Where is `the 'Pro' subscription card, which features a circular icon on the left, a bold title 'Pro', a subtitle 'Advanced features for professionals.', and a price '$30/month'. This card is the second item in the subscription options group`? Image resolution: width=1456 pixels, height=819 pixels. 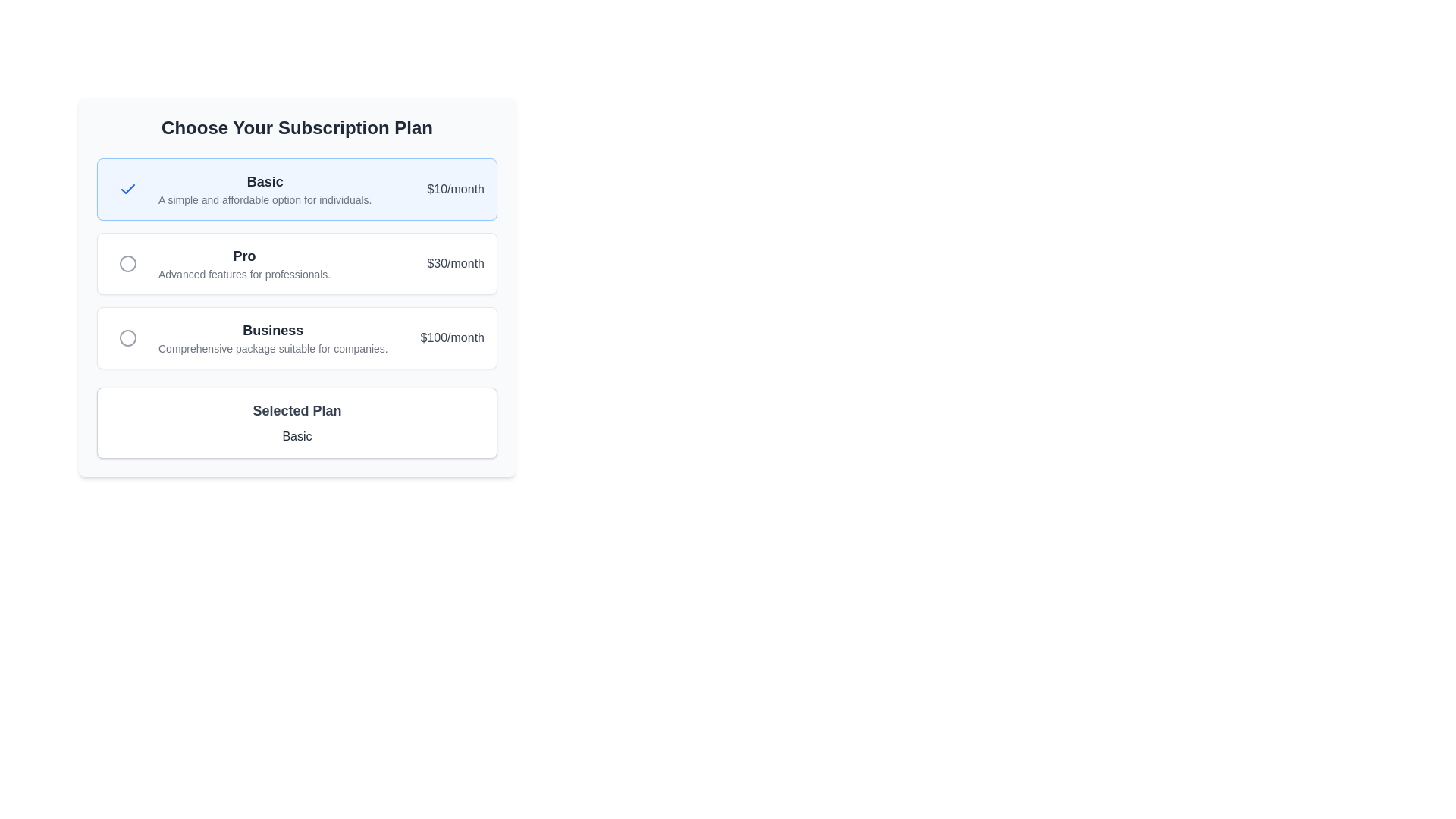 the 'Pro' subscription card, which features a circular icon on the left, a bold title 'Pro', a subtitle 'Advanced features for professionals.', and a price '$30/month'. This card is the second item in the subscription options group is located at coordinates (297, 262).